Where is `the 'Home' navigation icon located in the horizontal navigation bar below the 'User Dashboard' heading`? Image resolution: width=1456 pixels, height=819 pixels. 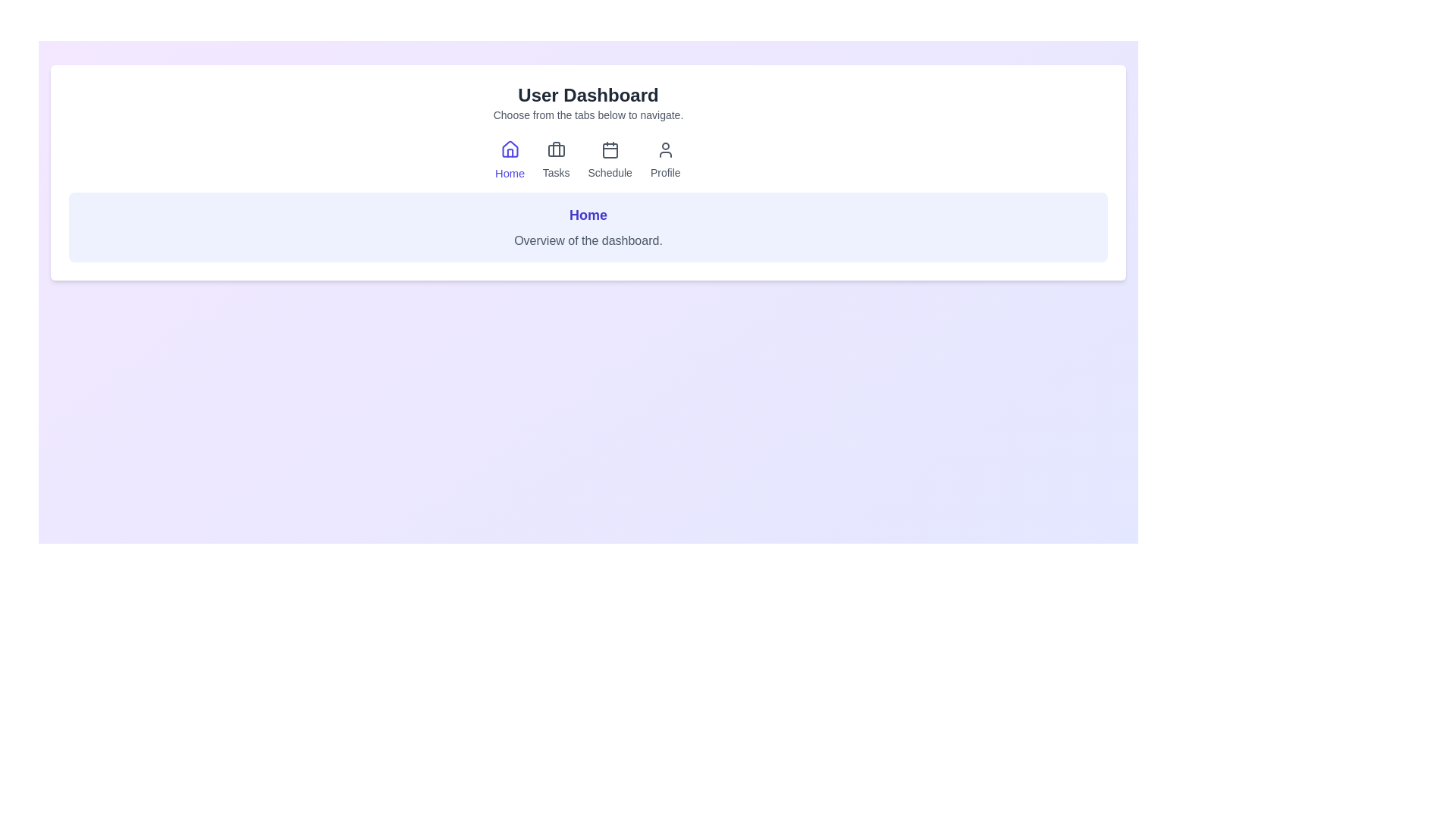
the 'Home' navigation icon located in the horizontal navigation bar below the 'User Dashboard' heading is located at coordinates (510, 149).